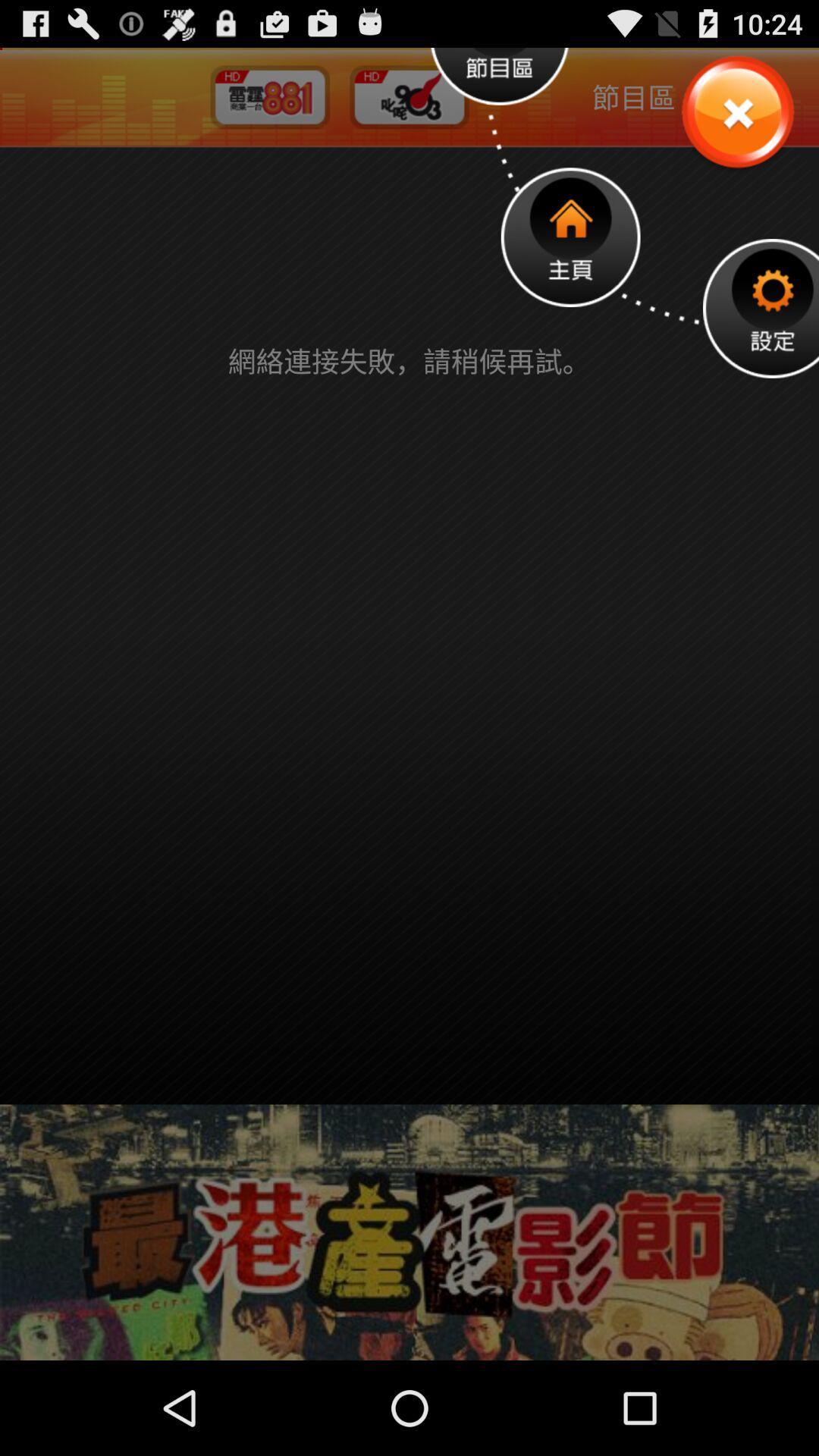 Image resolution: width=819 pixels, height=1456 pixels. Describe the element at coordinates (736, 121) in the screenshot. I see `the close icon` at that location.